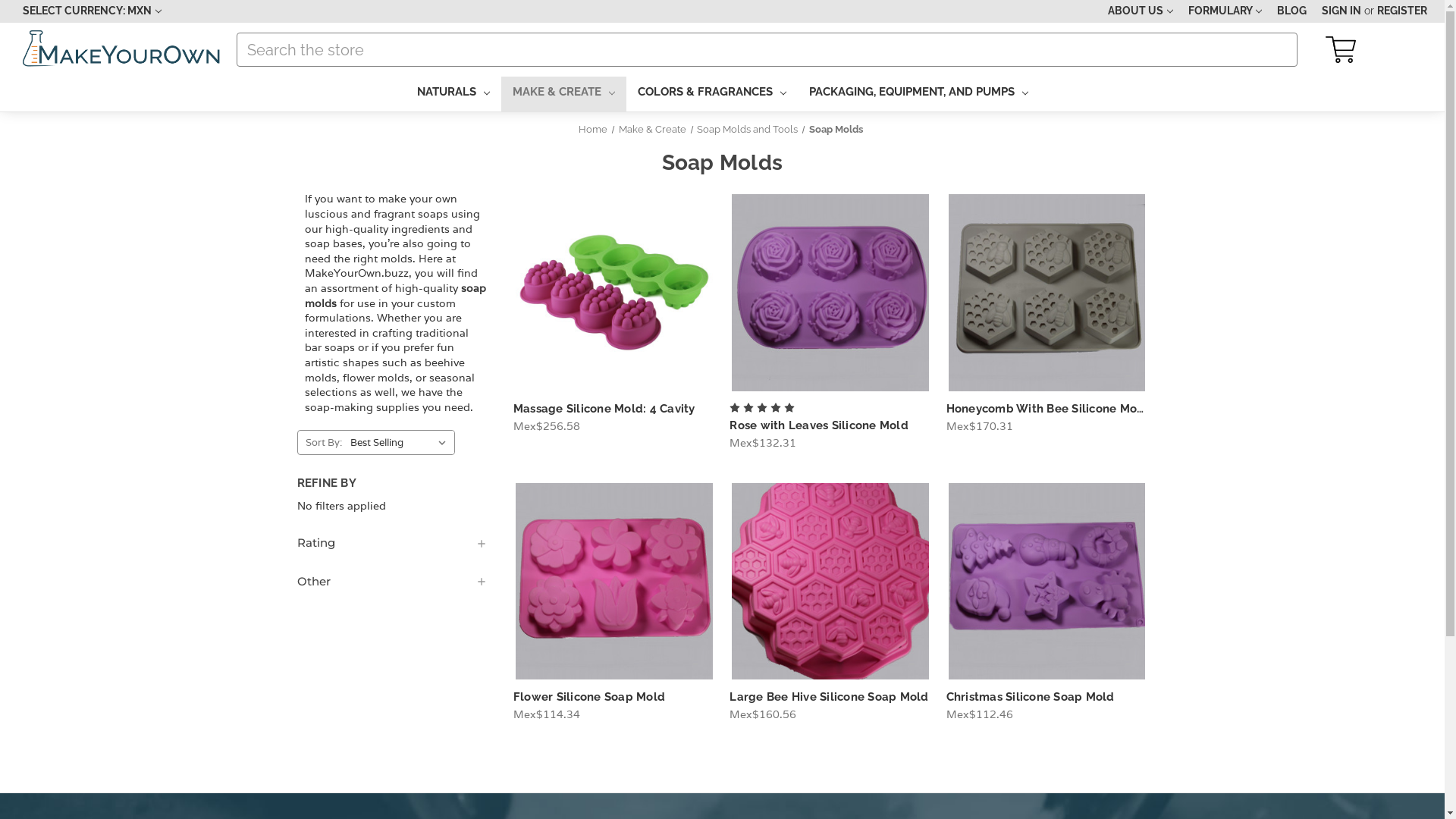  What do you see at coordinates (747, 128) in the screenshot?
I see `'Soap Molds and Tools'` at bounding box center [747, 128].